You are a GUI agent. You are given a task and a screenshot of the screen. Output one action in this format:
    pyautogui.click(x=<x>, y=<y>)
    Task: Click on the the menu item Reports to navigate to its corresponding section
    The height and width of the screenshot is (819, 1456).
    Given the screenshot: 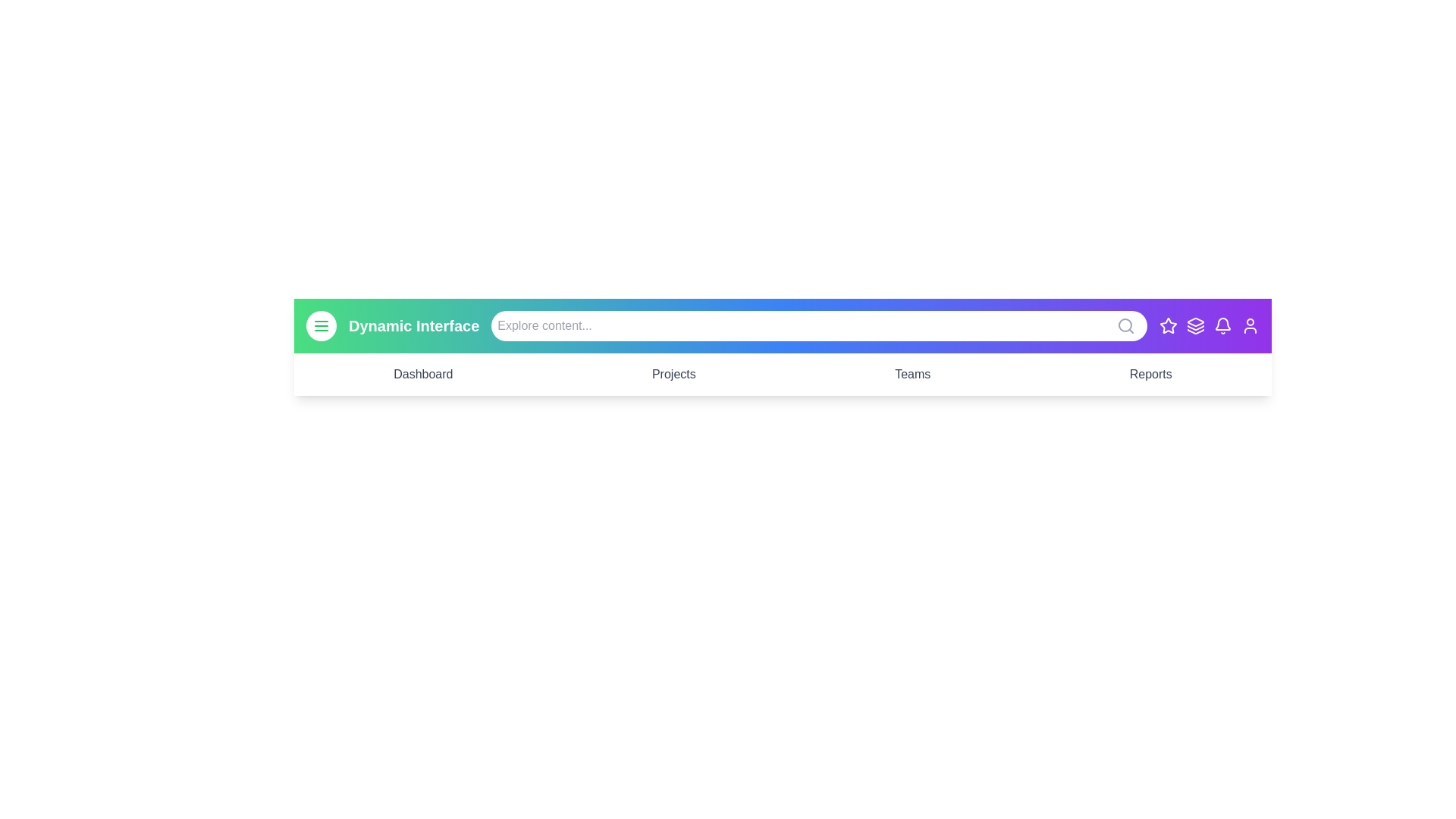 What is the action you would take?
    pyautogui.click(x=1150, y=374)
    